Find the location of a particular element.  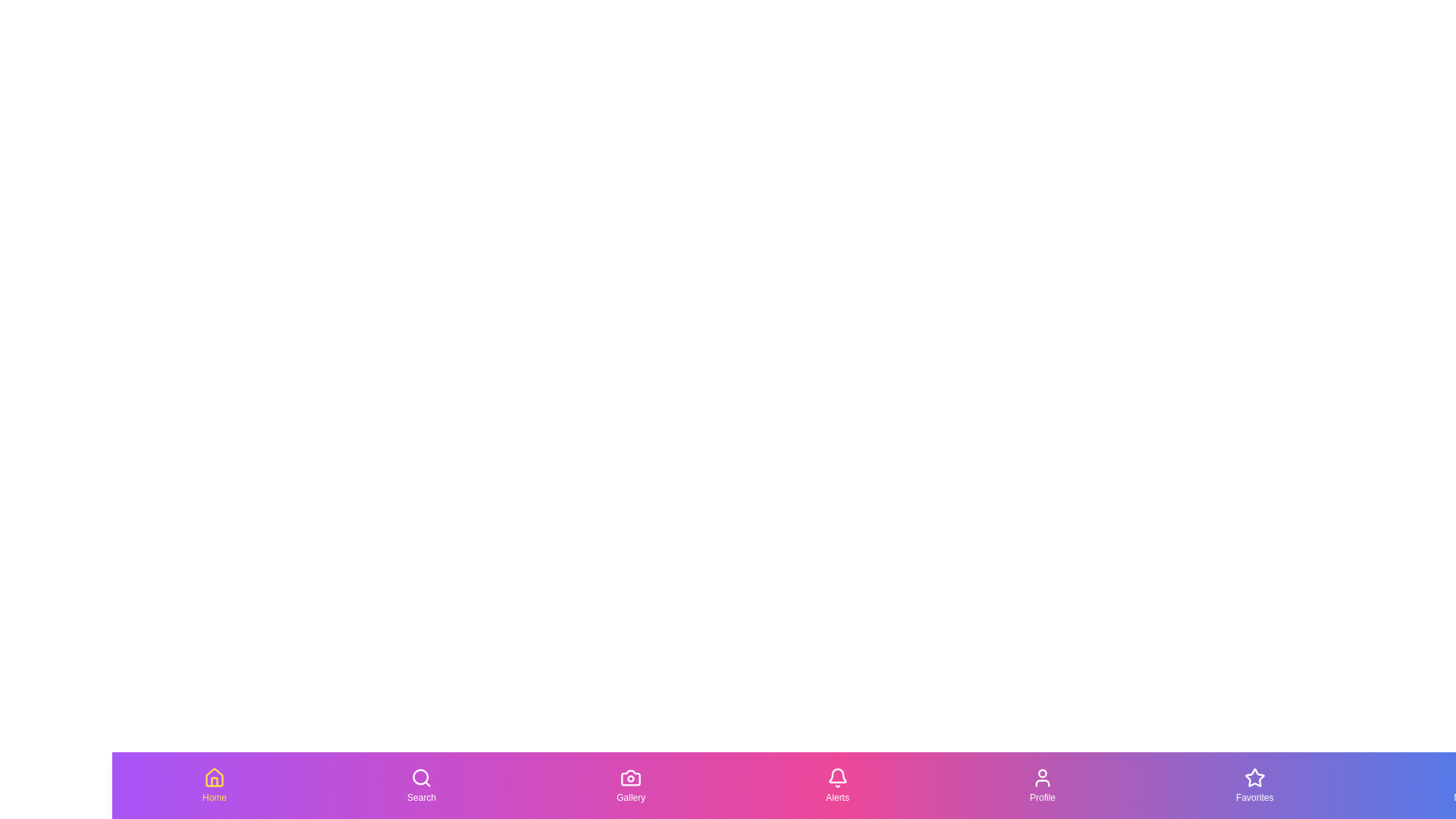

the Favorites tab by clicking on its button is located at coordinates (1254, 785).